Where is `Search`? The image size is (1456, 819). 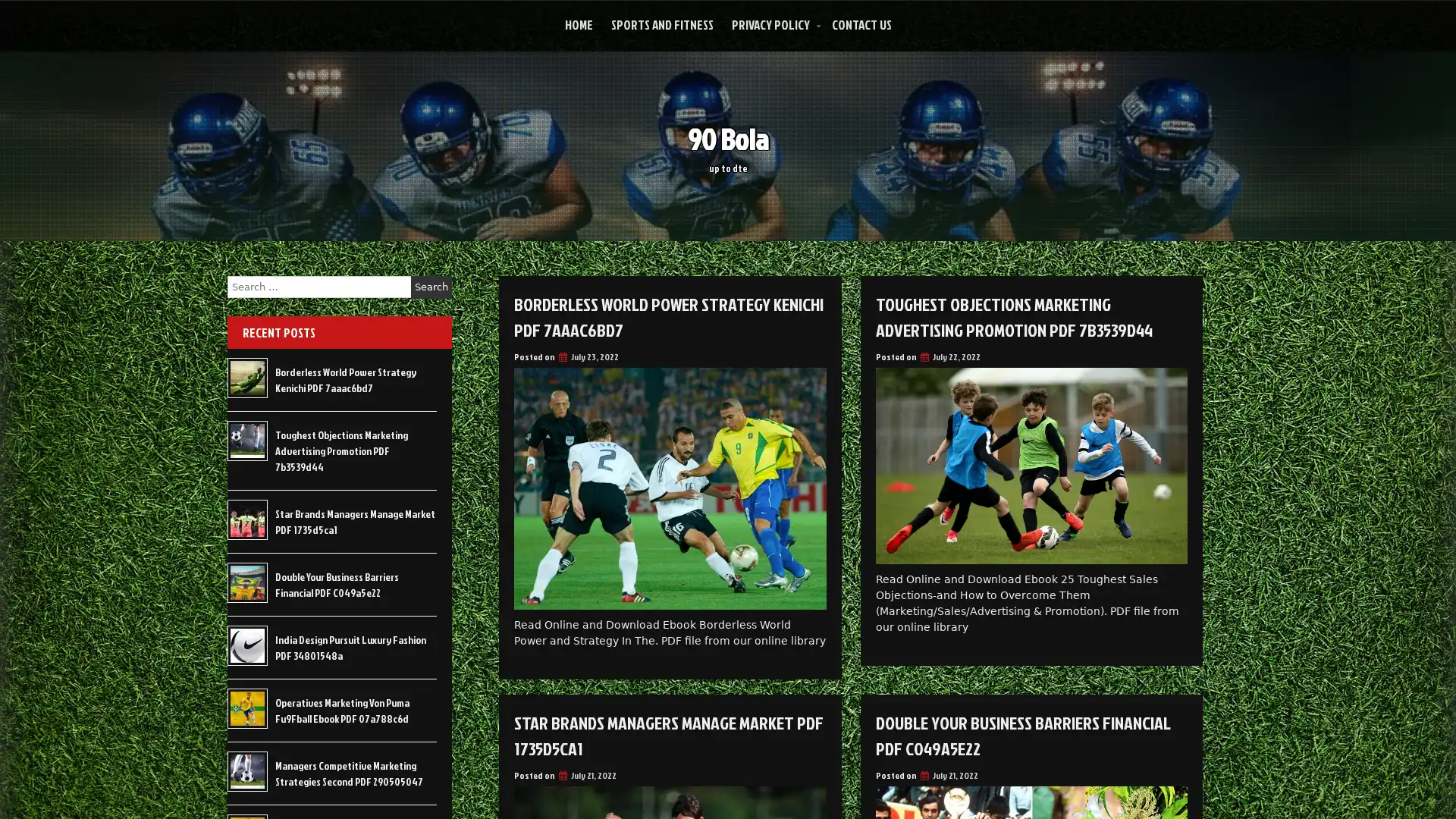 Search is located at coordinates (431, 287).